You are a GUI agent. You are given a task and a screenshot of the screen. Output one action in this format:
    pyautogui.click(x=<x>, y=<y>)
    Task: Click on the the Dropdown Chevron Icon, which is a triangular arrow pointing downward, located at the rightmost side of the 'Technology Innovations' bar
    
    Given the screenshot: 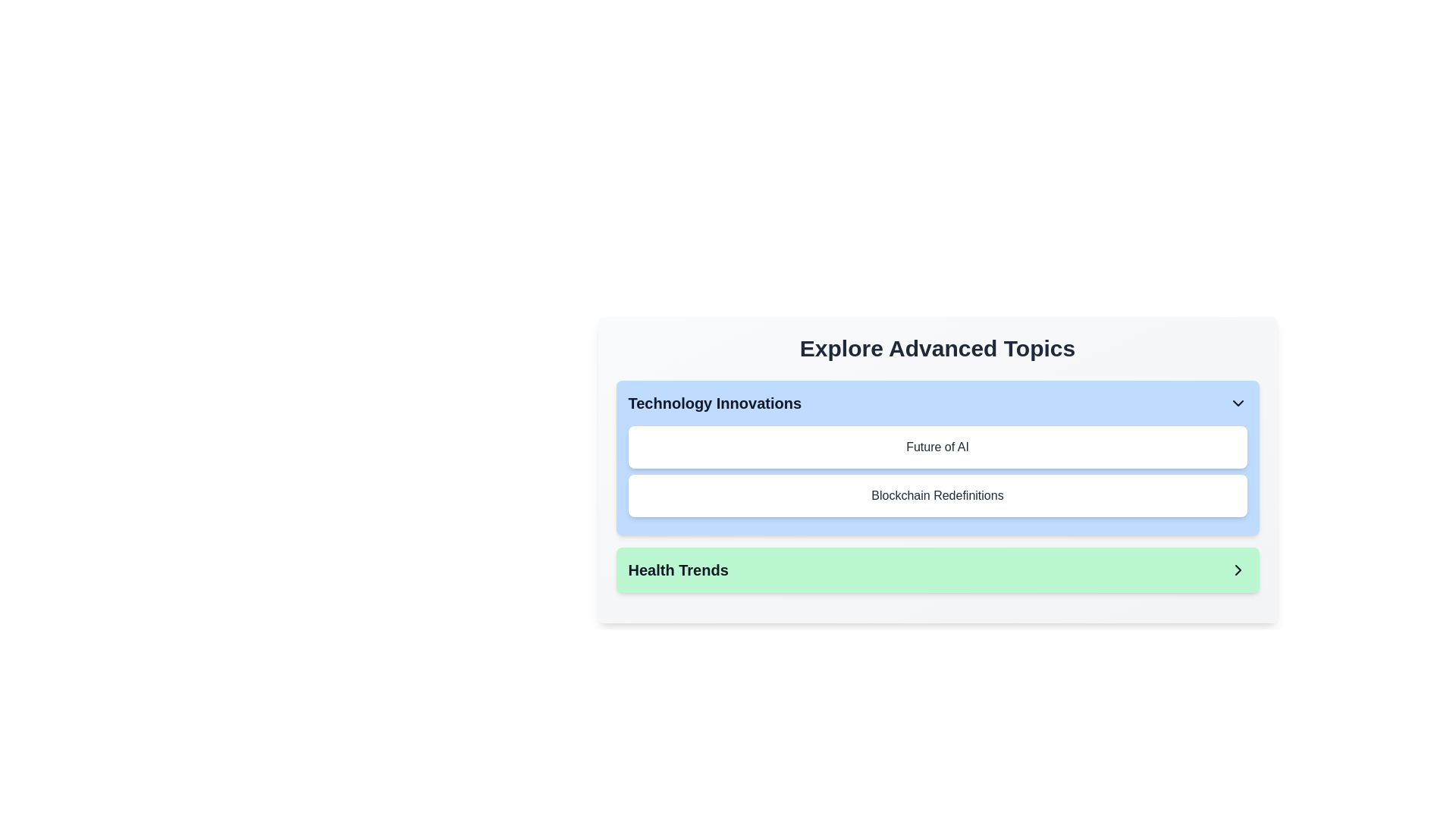 What is the action you would take?
    pyautogui.click(x=1238, y=403)
    